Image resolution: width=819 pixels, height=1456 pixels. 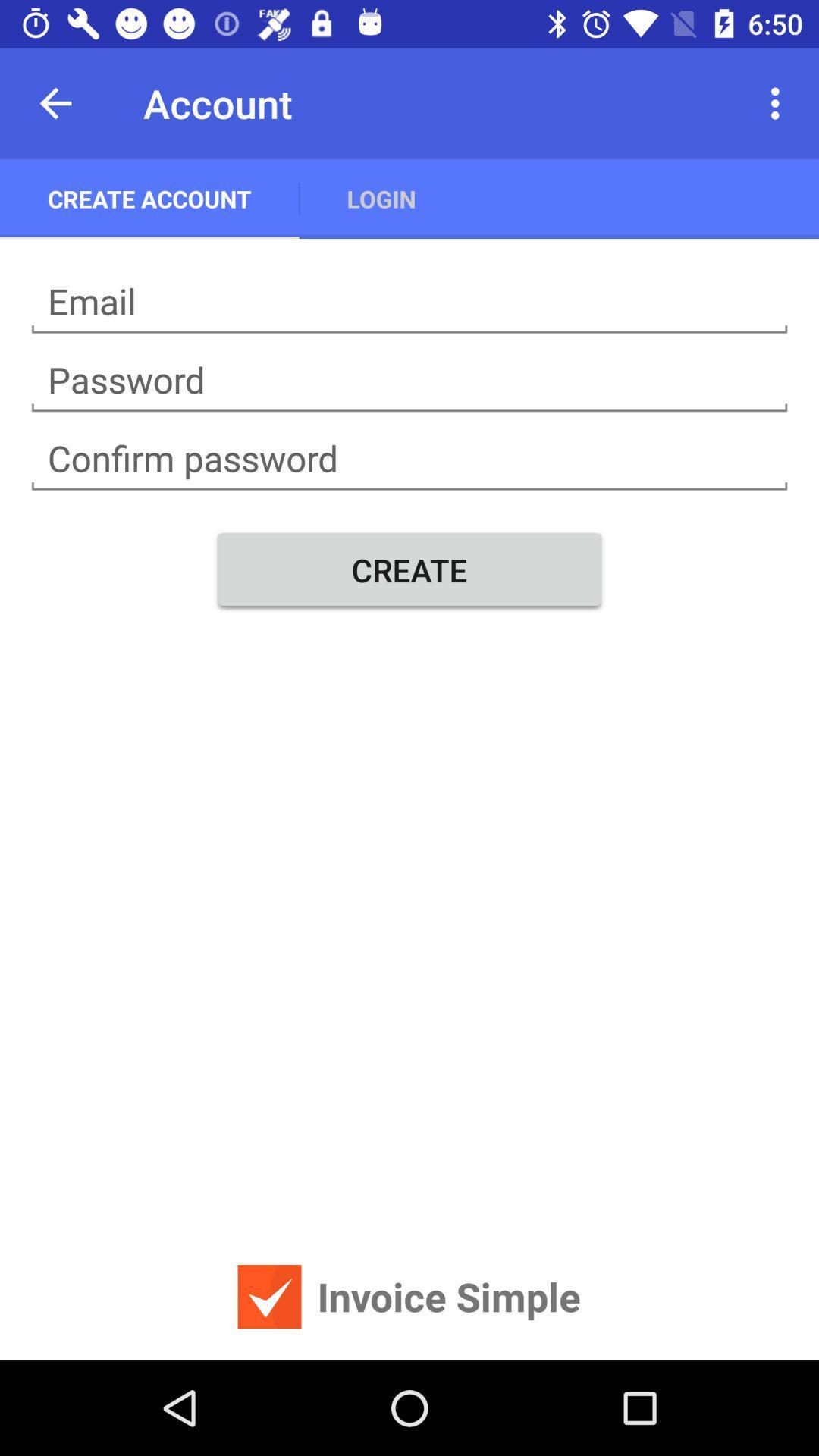 I want to click on the password, so click(x=409, y=380).